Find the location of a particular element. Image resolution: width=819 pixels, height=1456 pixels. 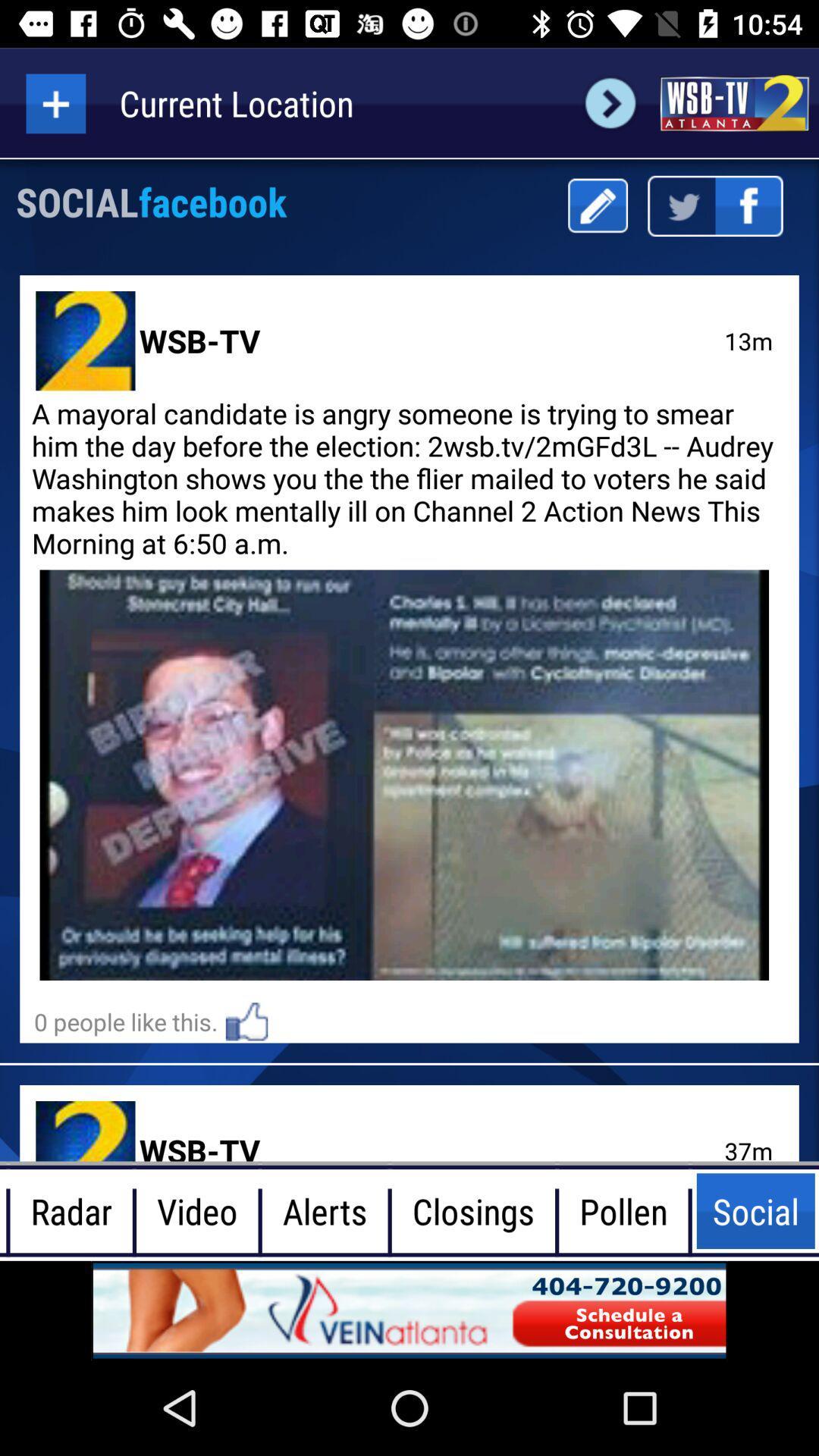

ford word is located at coordinates (610, 102).